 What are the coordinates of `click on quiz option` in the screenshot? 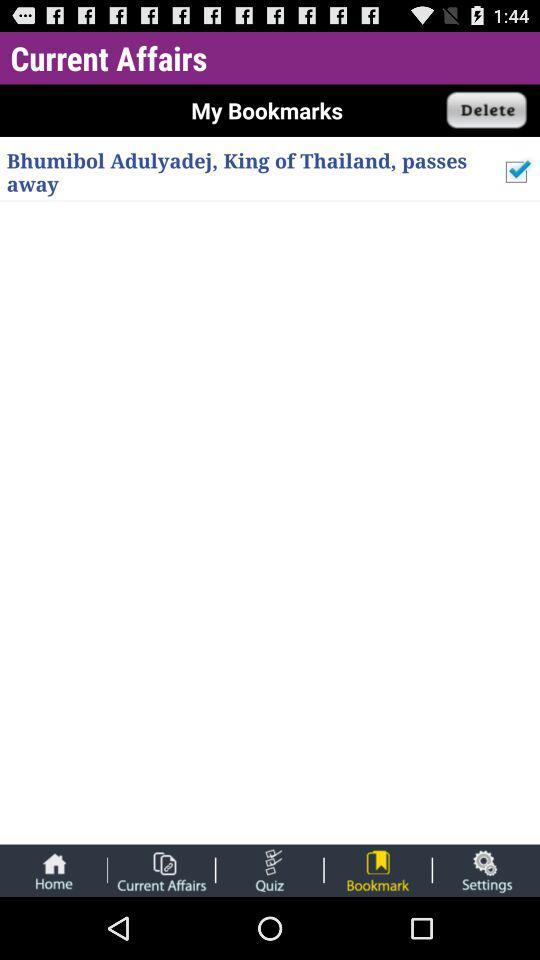 It's located at (269, 869).